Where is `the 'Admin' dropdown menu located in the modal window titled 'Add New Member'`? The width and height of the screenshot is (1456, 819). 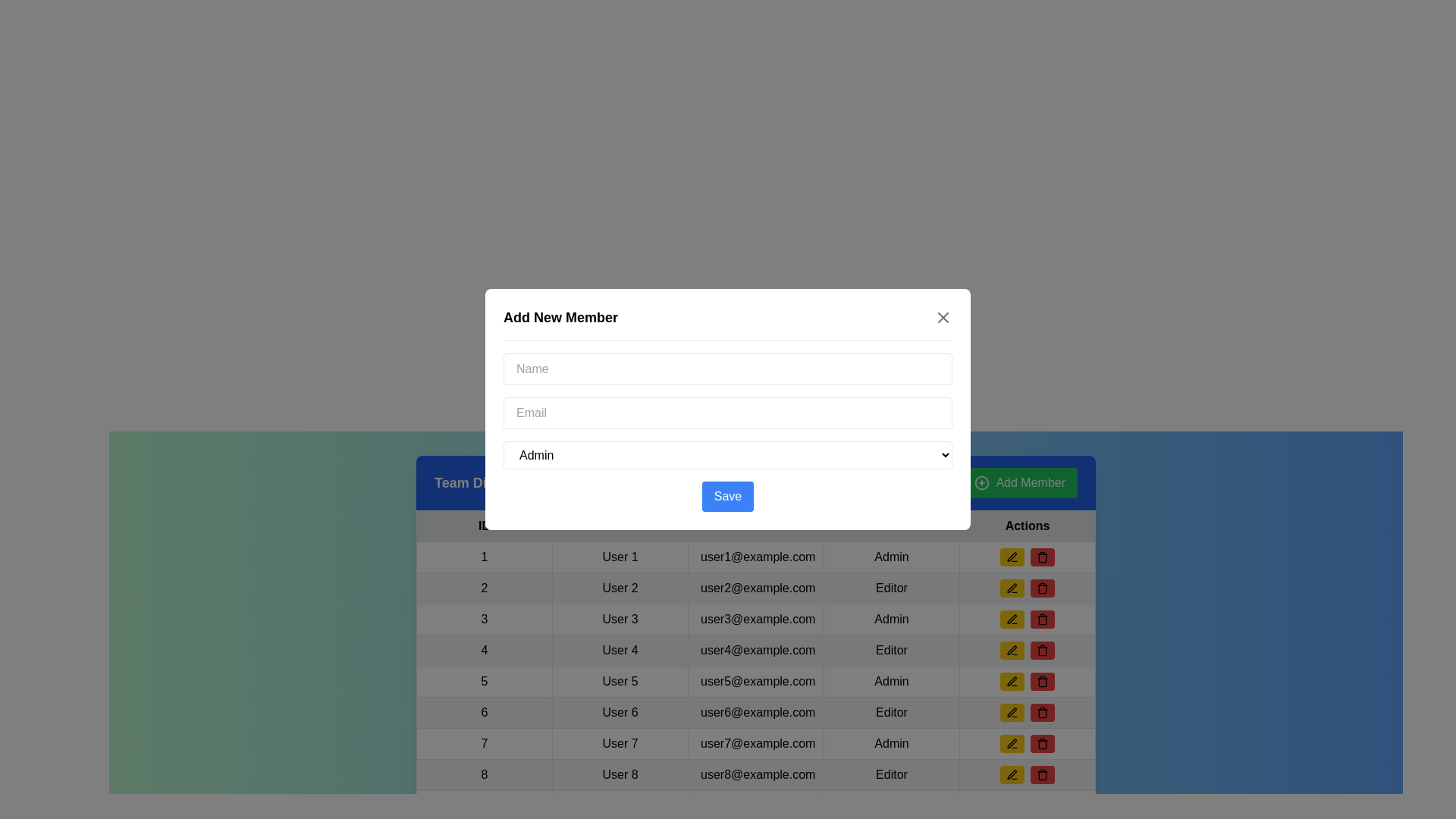 the 'Admin' dropdown menu located in the modal window titled 'Add New Member' is located at coordinates (728, 454).